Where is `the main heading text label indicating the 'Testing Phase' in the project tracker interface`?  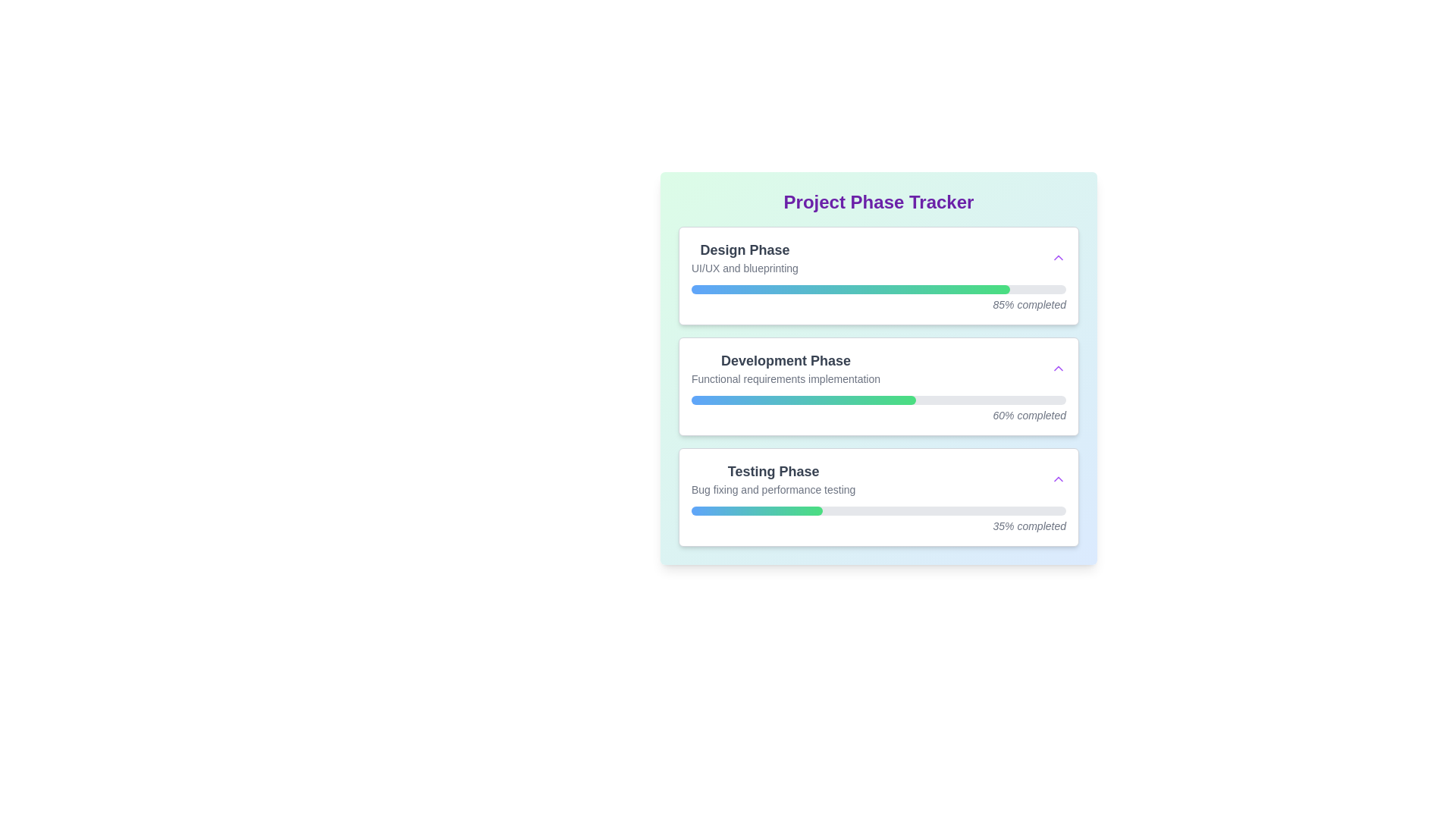
the main heading text label indicating the 'Testing Phase' in the project tracker interface is located at coordinates (773, 470).